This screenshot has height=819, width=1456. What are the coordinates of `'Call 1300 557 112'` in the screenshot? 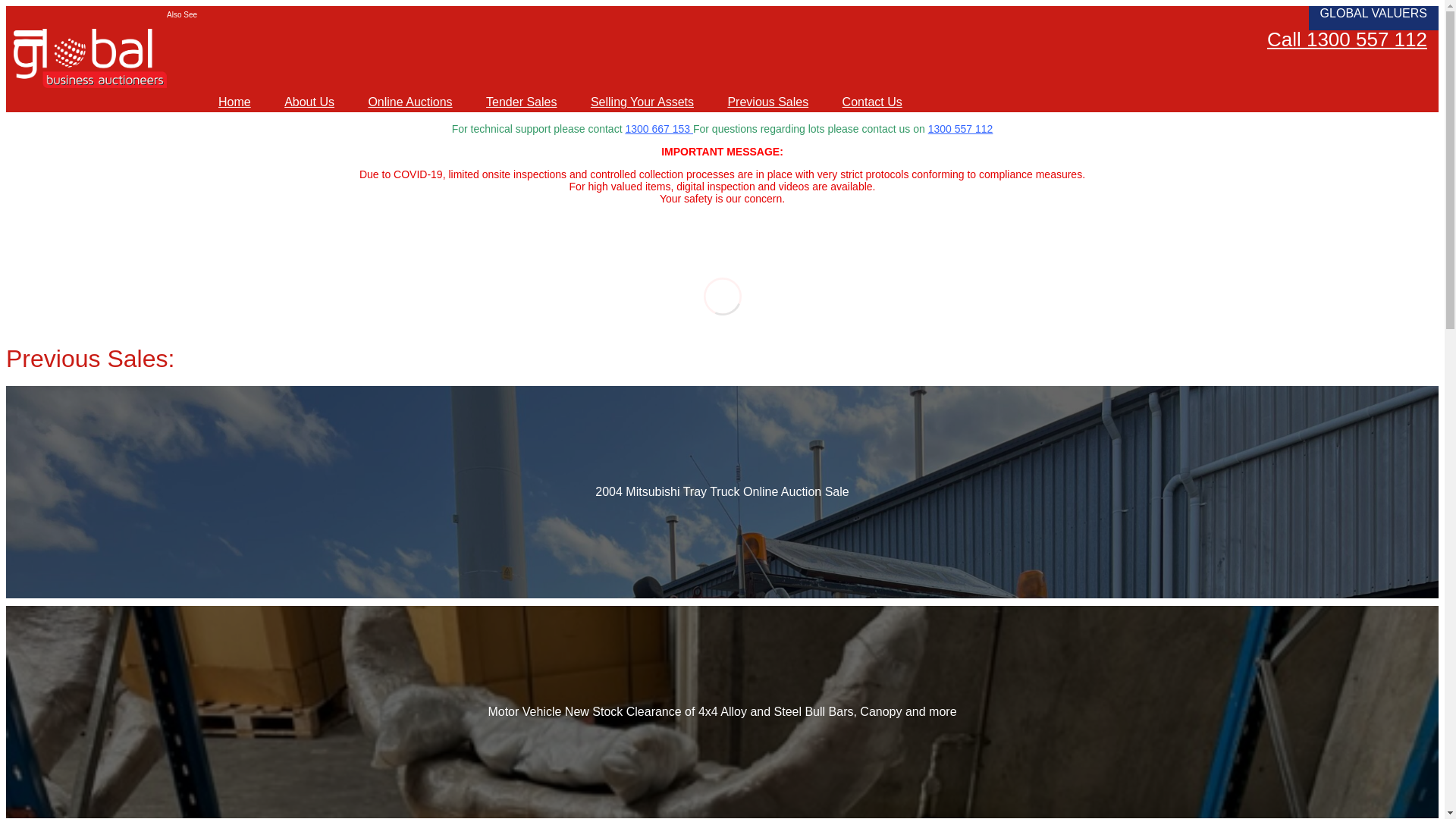 It's located at (1347, 38).